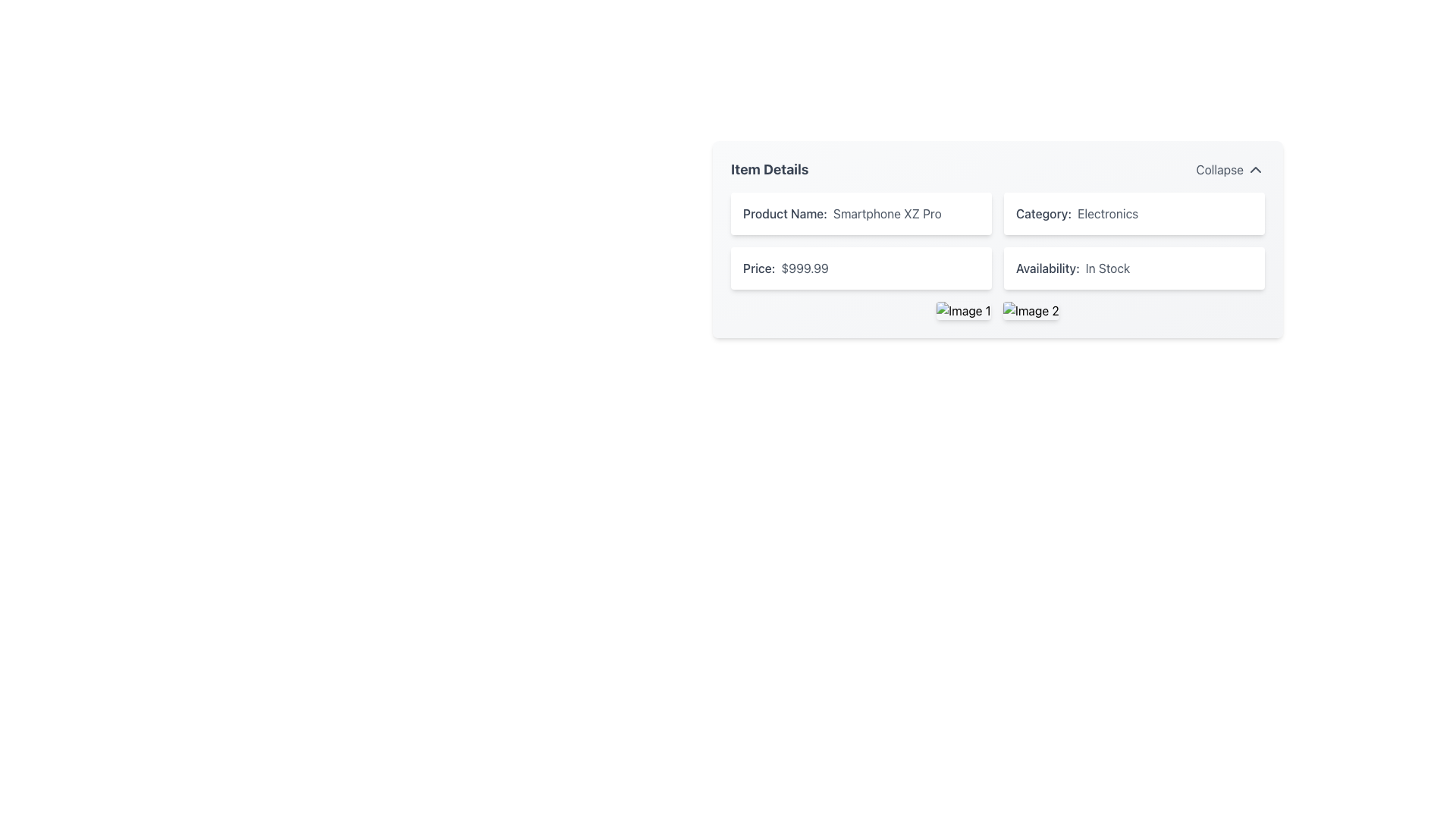 The image size is (1456, 819). What do you see at coordinates (1230, 169) in the screenshot?
I see `the 'Collapse' button located in the top-right corner of the 'Item Details' section` at bounding box center [1230, 169].